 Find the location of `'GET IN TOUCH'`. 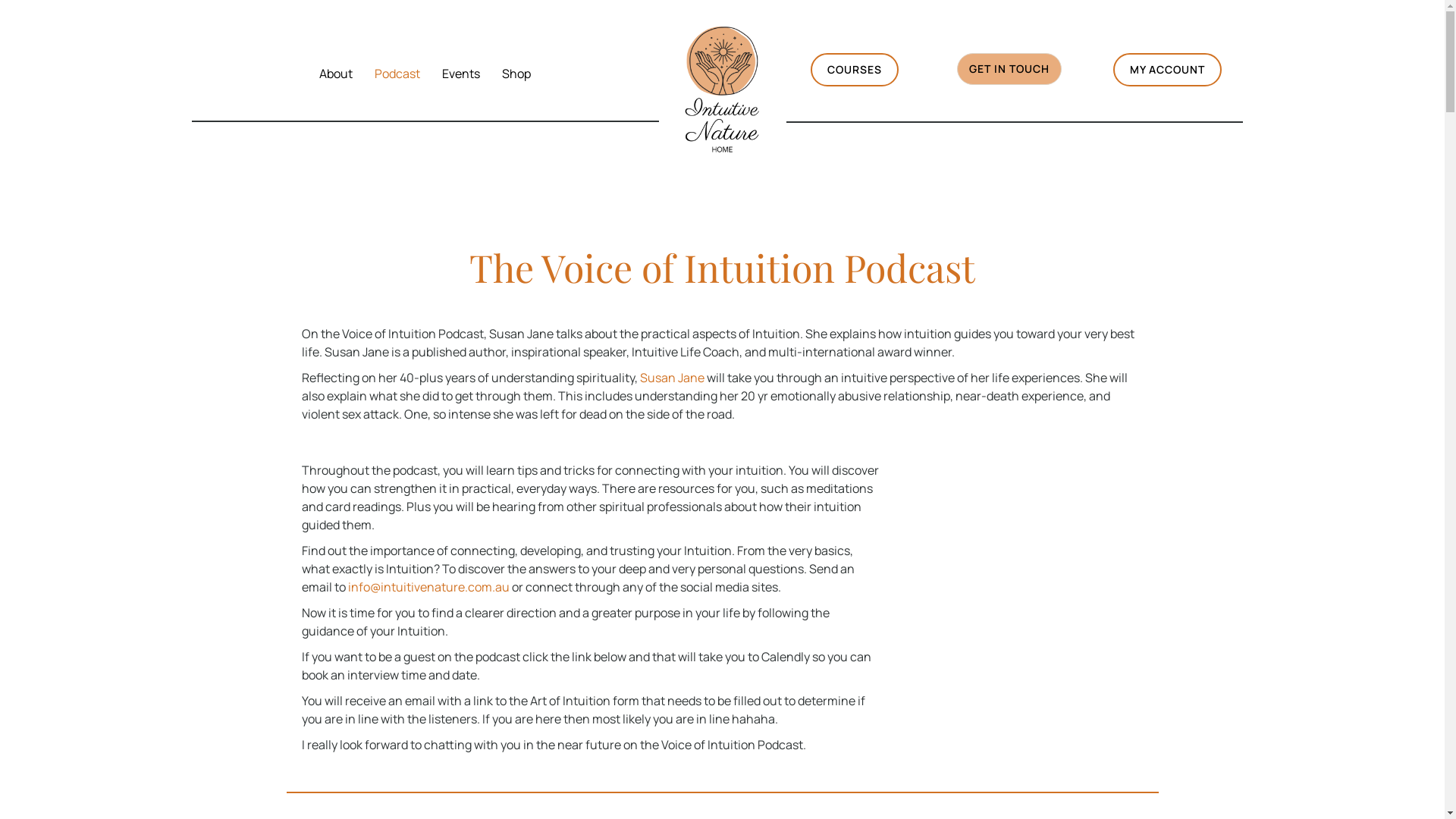

'GET IN TOUCH' is located at coordinates (1009, 69).